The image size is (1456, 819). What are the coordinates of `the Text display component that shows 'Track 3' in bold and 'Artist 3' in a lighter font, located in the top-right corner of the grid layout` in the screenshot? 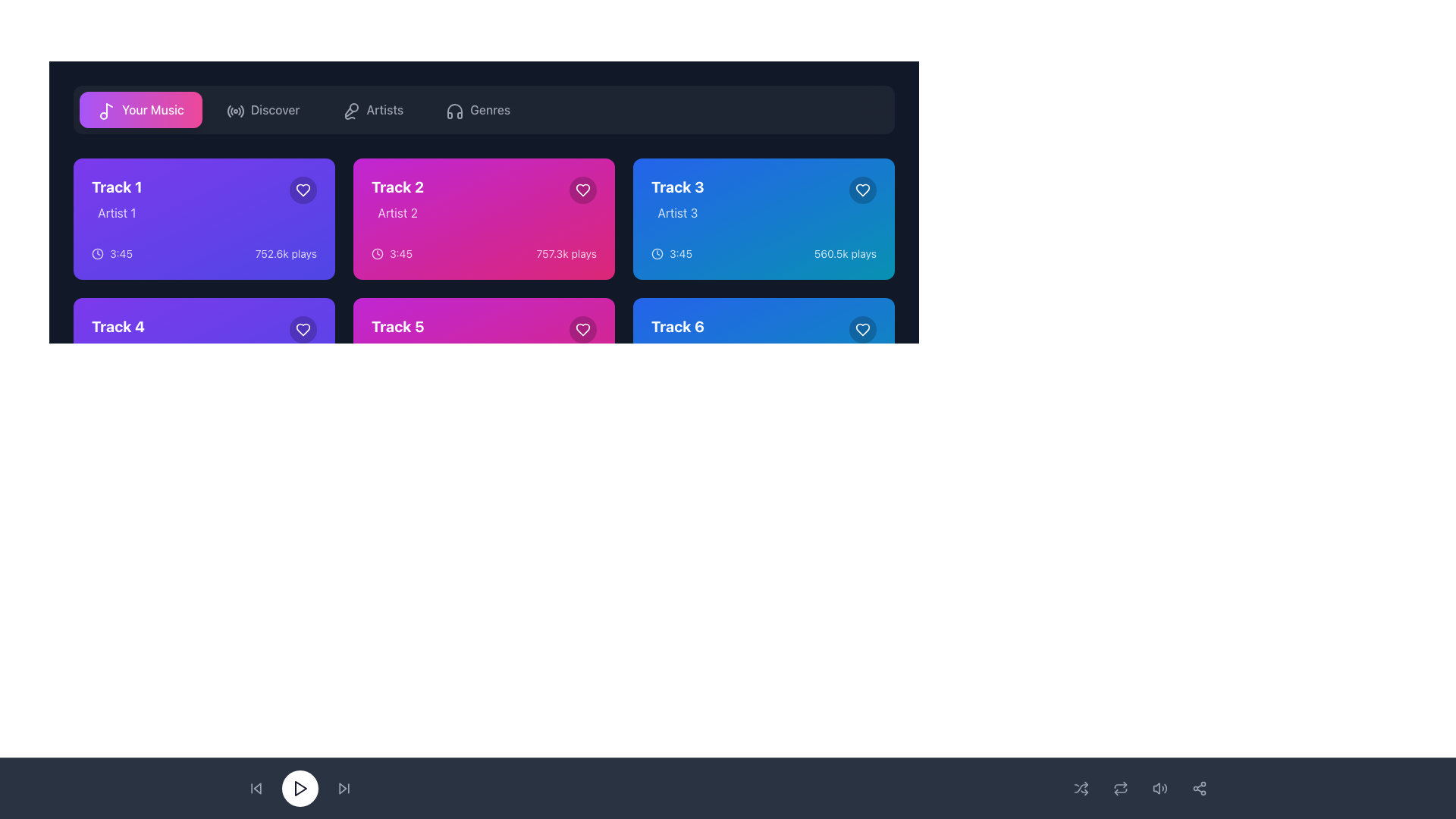 It's located at (676, 198).